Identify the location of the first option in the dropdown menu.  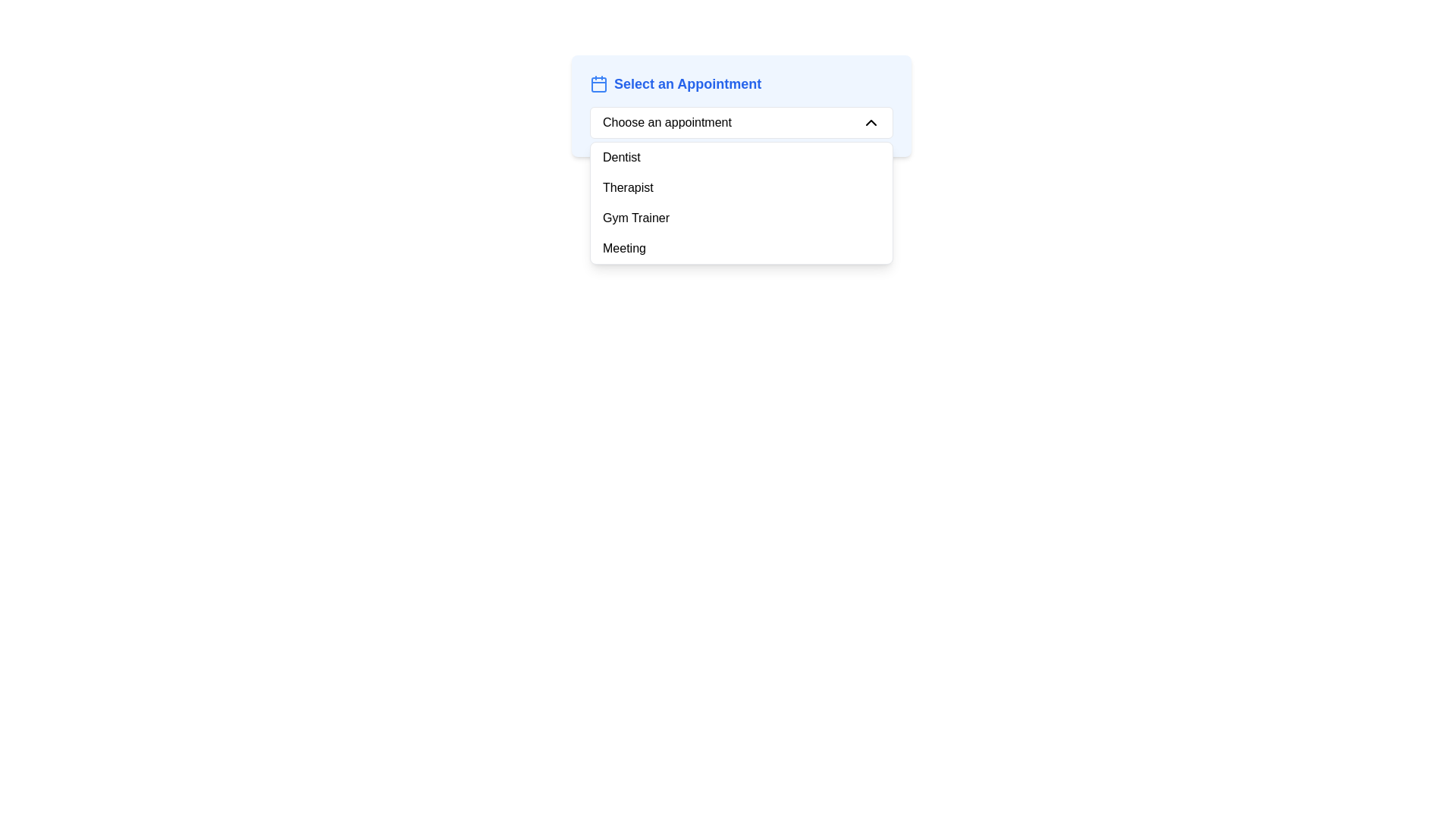
(742, 158).